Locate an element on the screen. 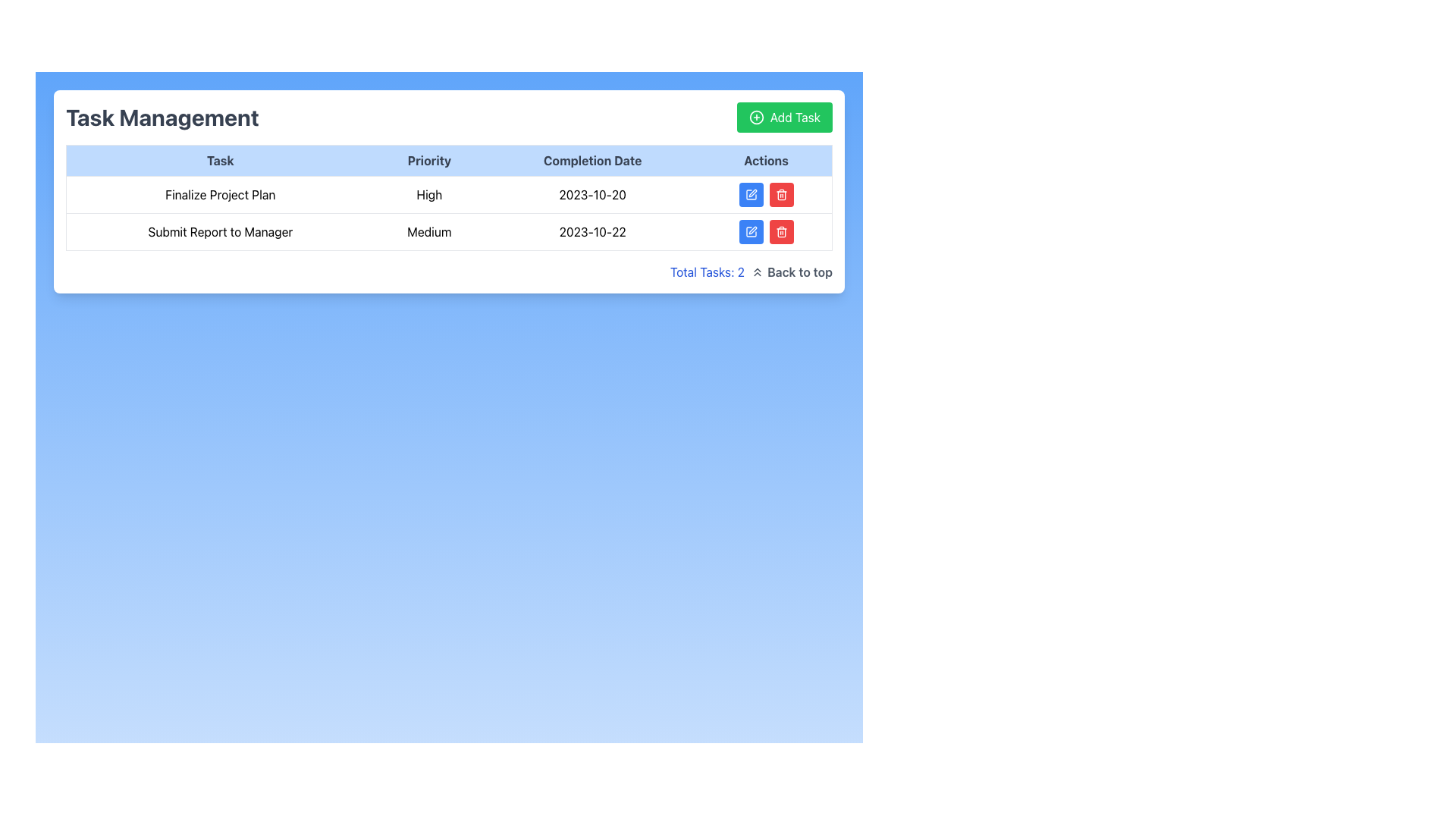  the horizontally aligned group of action buttons styled in blue and red within the 'Actions' column of the task management table for the task 'Finalize Project Plan' is located at coordinates (766, 194).